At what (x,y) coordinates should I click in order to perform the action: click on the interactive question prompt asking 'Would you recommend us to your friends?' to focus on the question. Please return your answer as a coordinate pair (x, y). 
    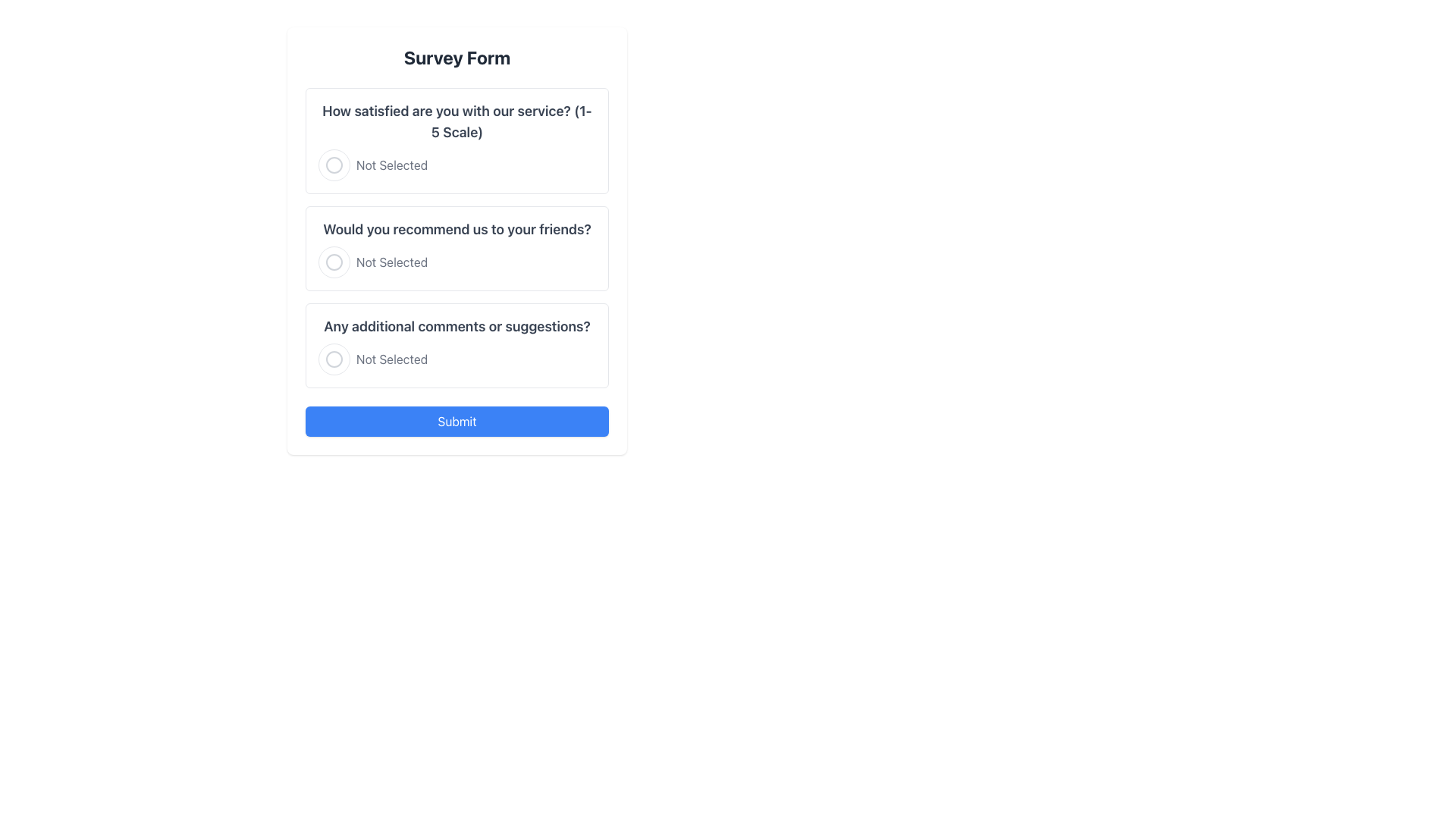
    Looking at the image, I should click on (457, 247).